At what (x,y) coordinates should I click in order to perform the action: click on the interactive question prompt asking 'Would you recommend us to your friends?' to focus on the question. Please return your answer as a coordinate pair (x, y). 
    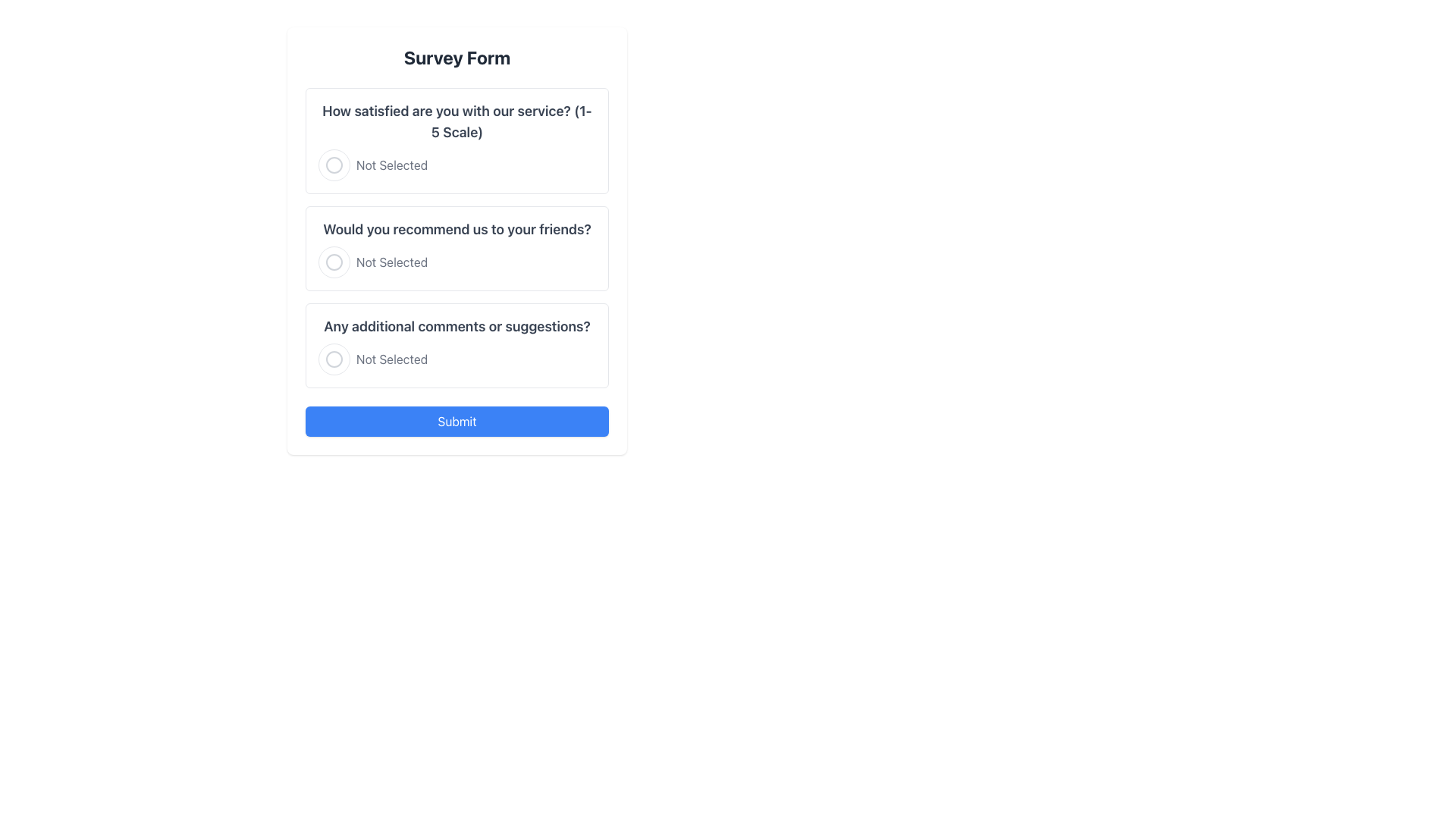
    Looking at the image, I should click on (457, 247).